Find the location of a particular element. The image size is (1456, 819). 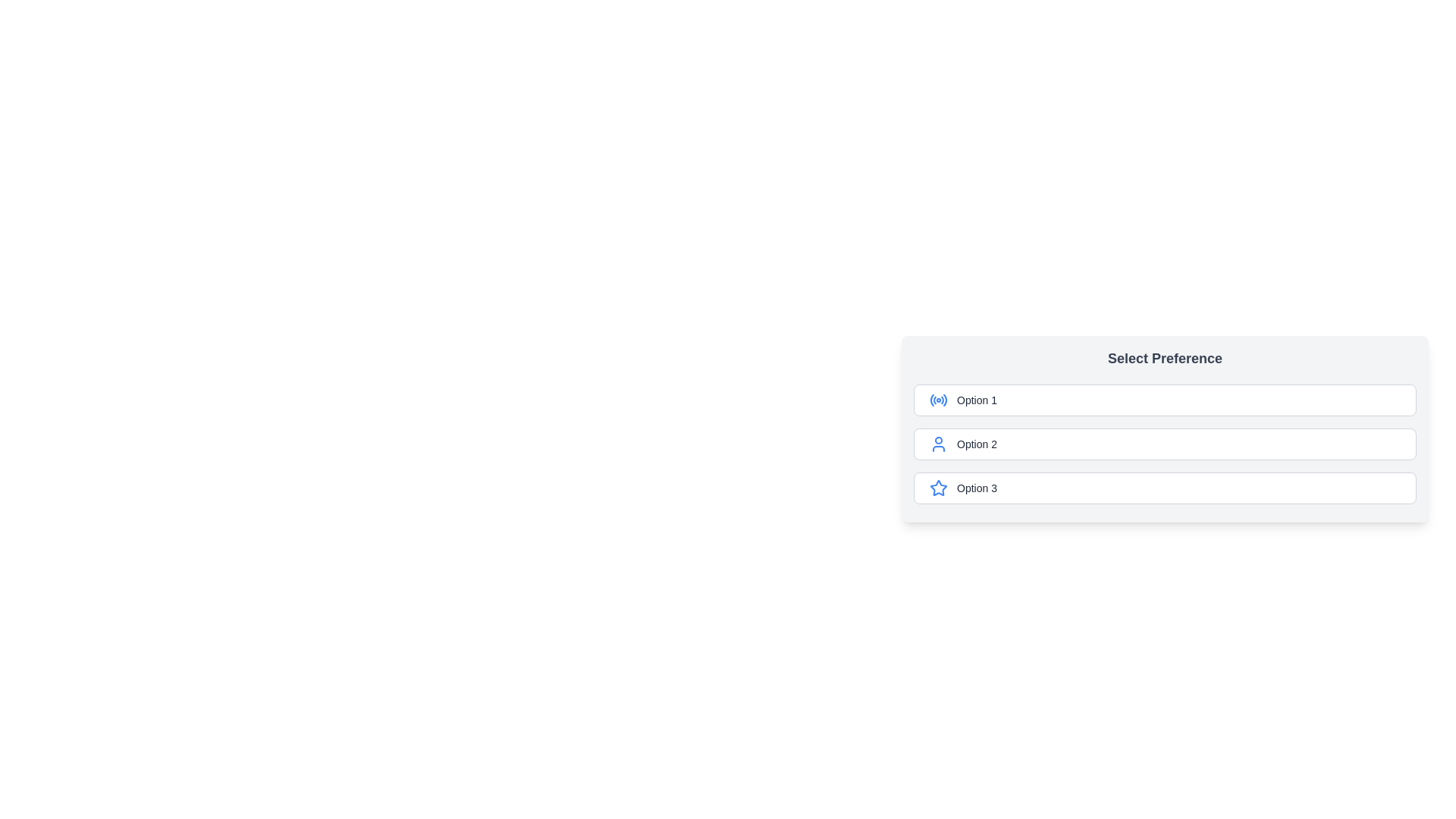

the bold and large heading text block reading 'Select Preference', which is styled in dark gray and positioned at the top of the preference selection section is located at coordinates (1164, 359).